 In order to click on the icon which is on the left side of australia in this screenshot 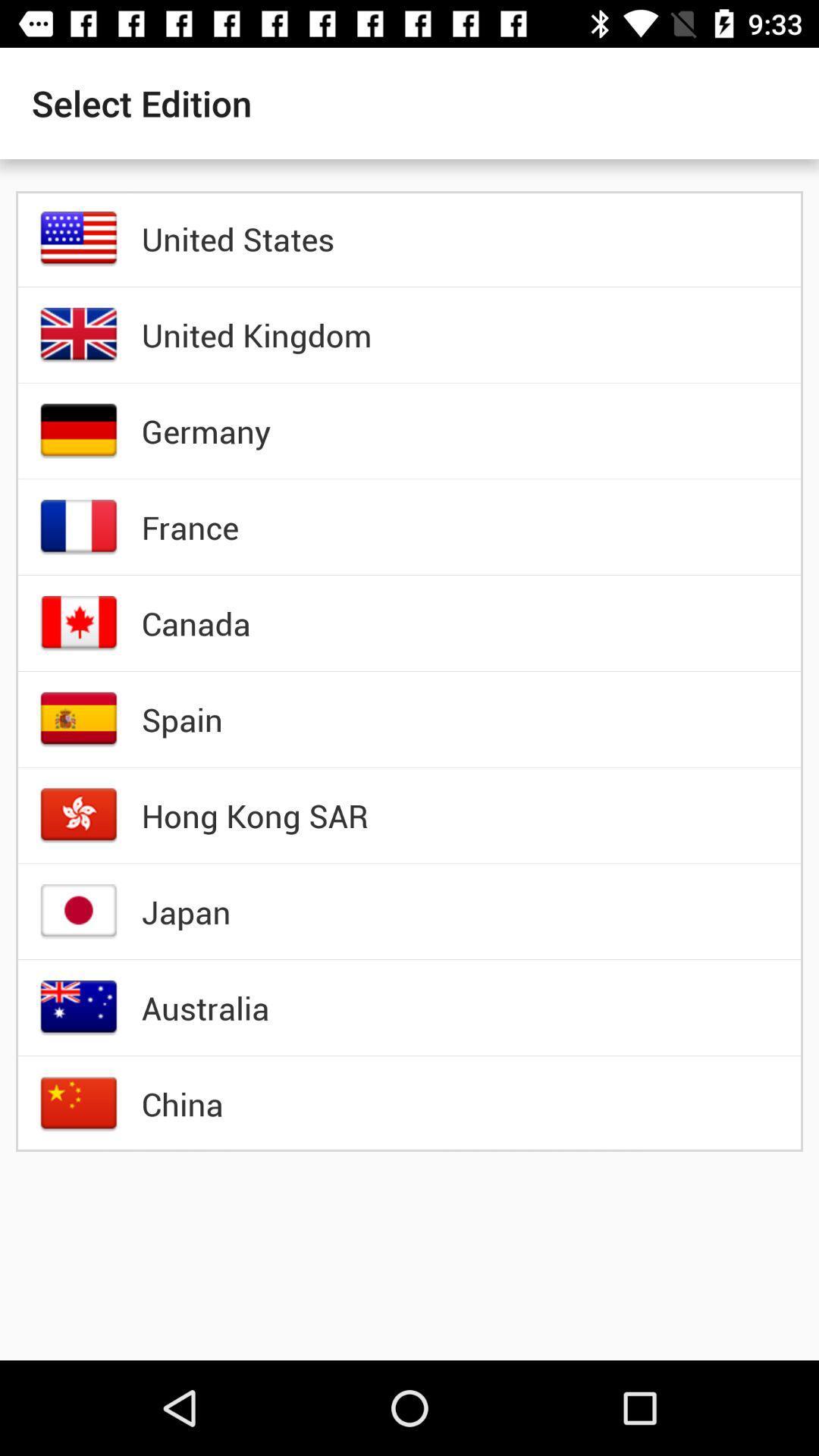, I will do `click(79, 1008)`.